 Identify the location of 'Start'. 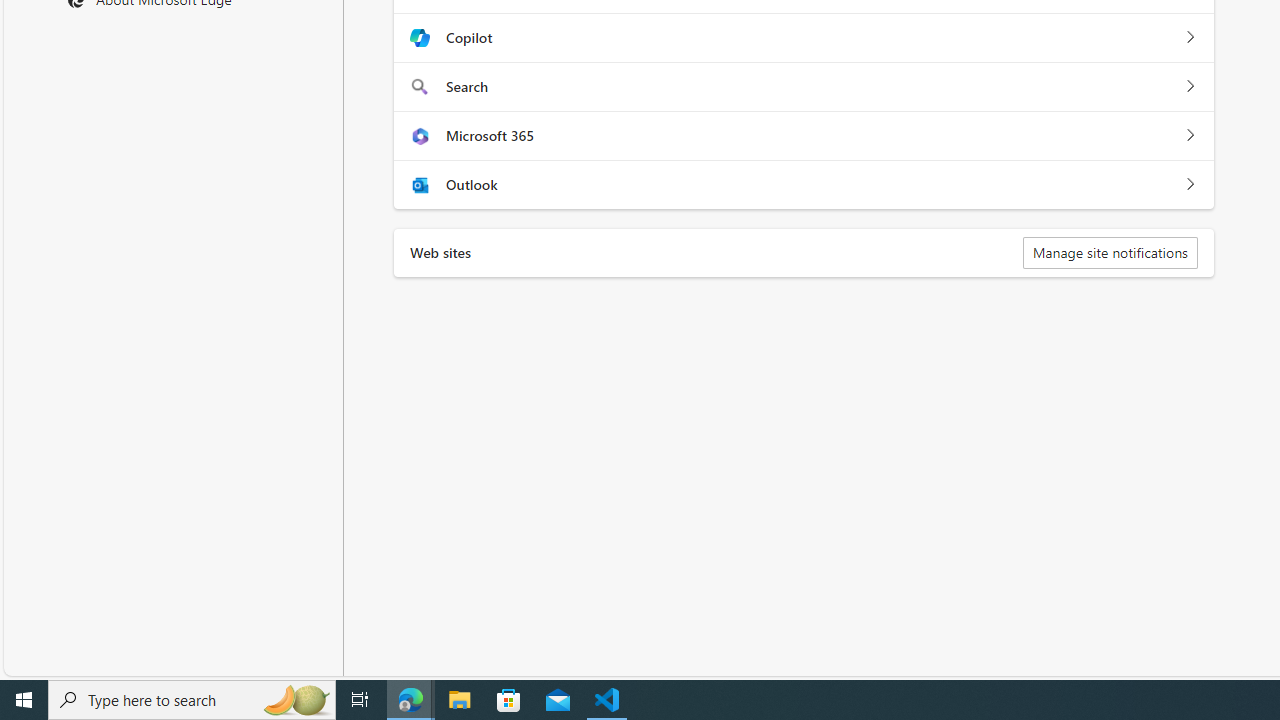
(24, 698).